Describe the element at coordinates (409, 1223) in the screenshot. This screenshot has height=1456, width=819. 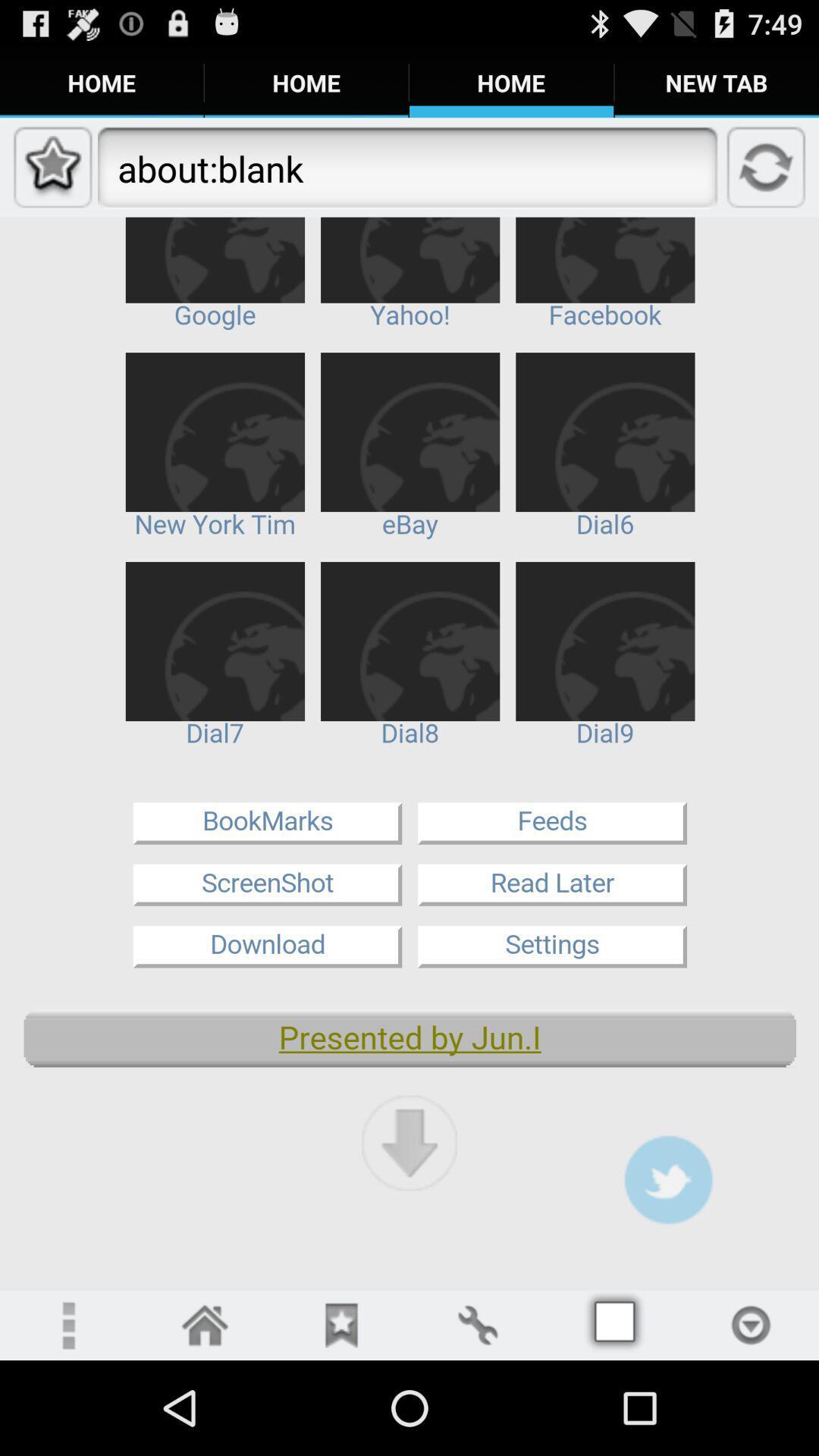
I see `the arrow_downward icon` at that location.